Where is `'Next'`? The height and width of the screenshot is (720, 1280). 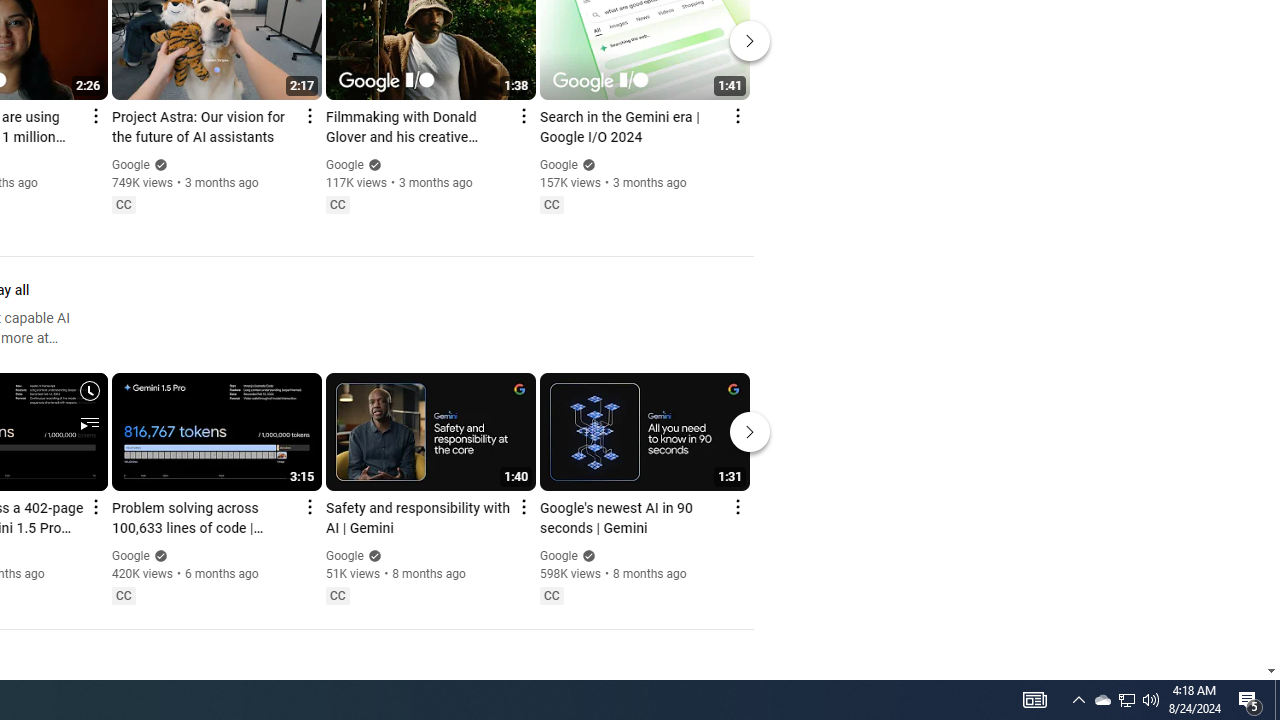
'Next' is located at coordinates (749, 431).